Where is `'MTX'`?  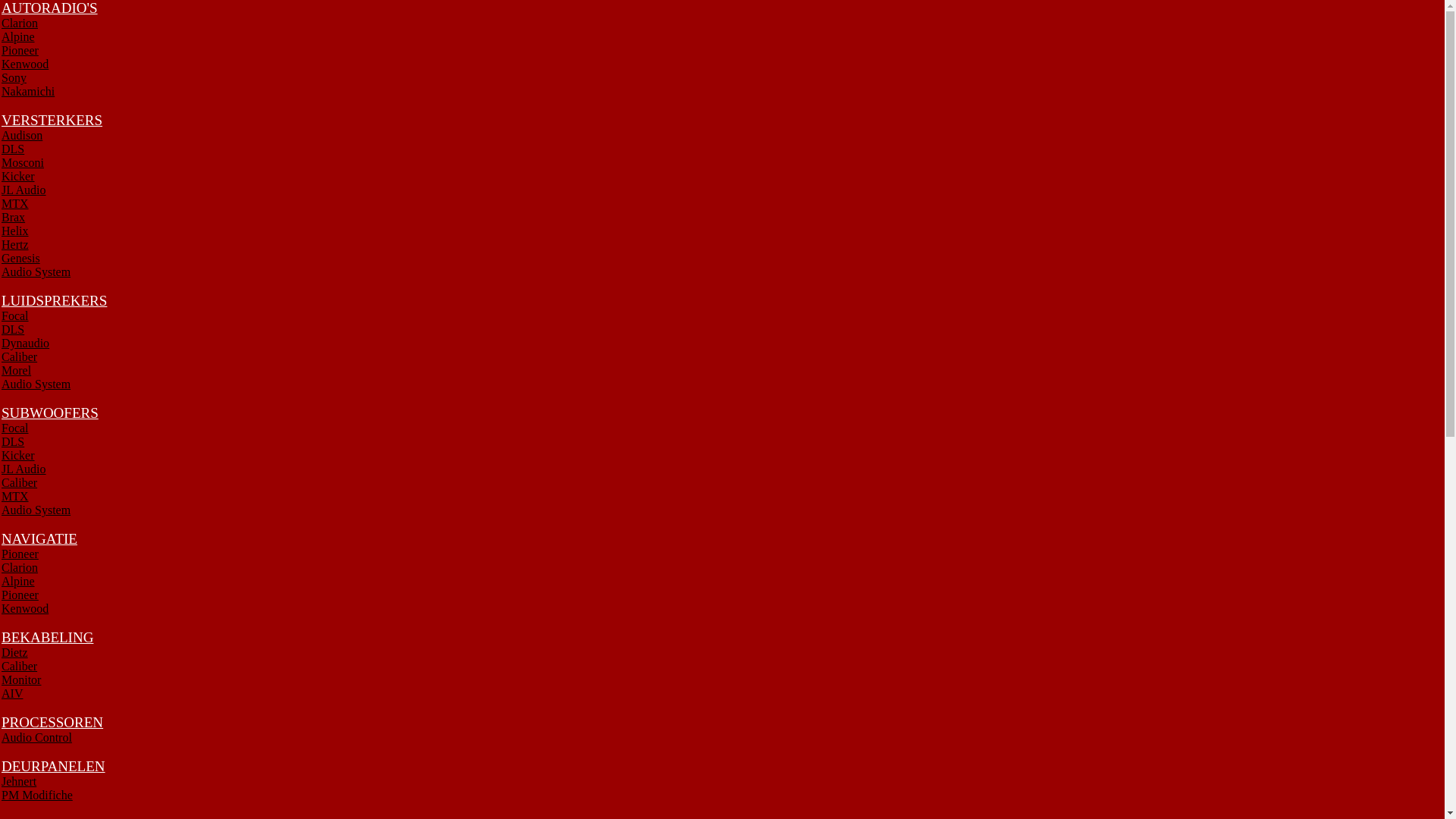 'MTX' is located at coordinates (14, 496).